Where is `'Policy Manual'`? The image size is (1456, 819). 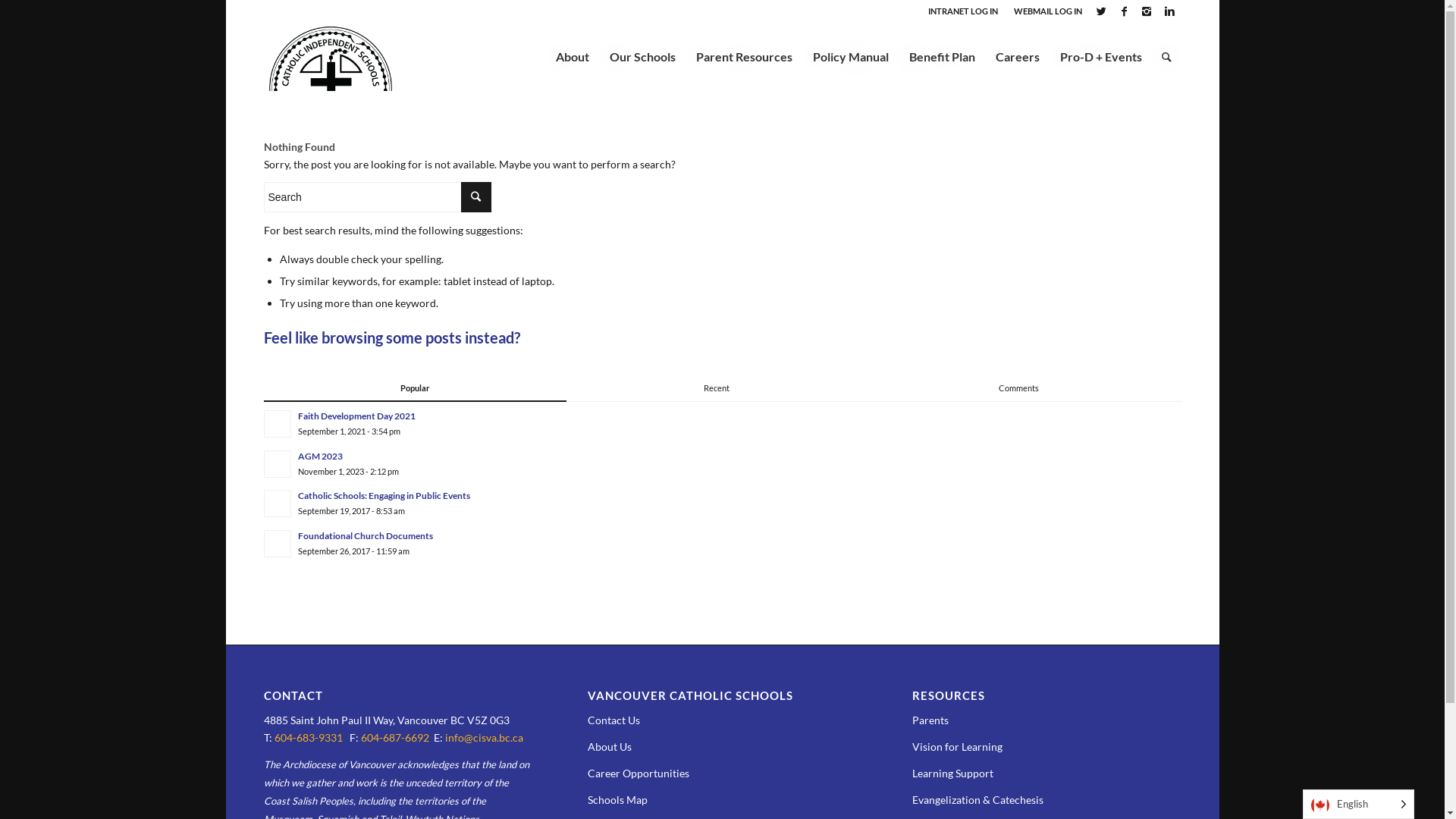 'Policy Manual' is located at coordinates (850, 55).